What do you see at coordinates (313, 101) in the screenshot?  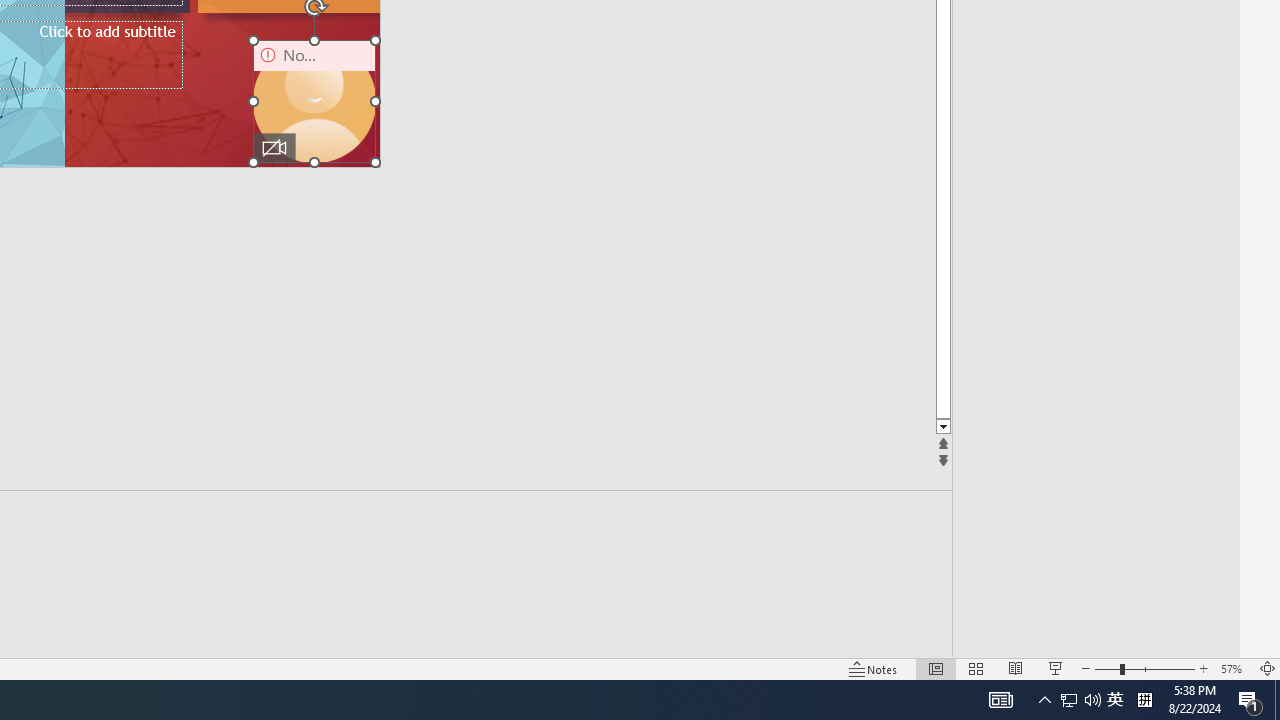 I see `'Camera 14, No camera detected.'` at bounding box center [313, 101].